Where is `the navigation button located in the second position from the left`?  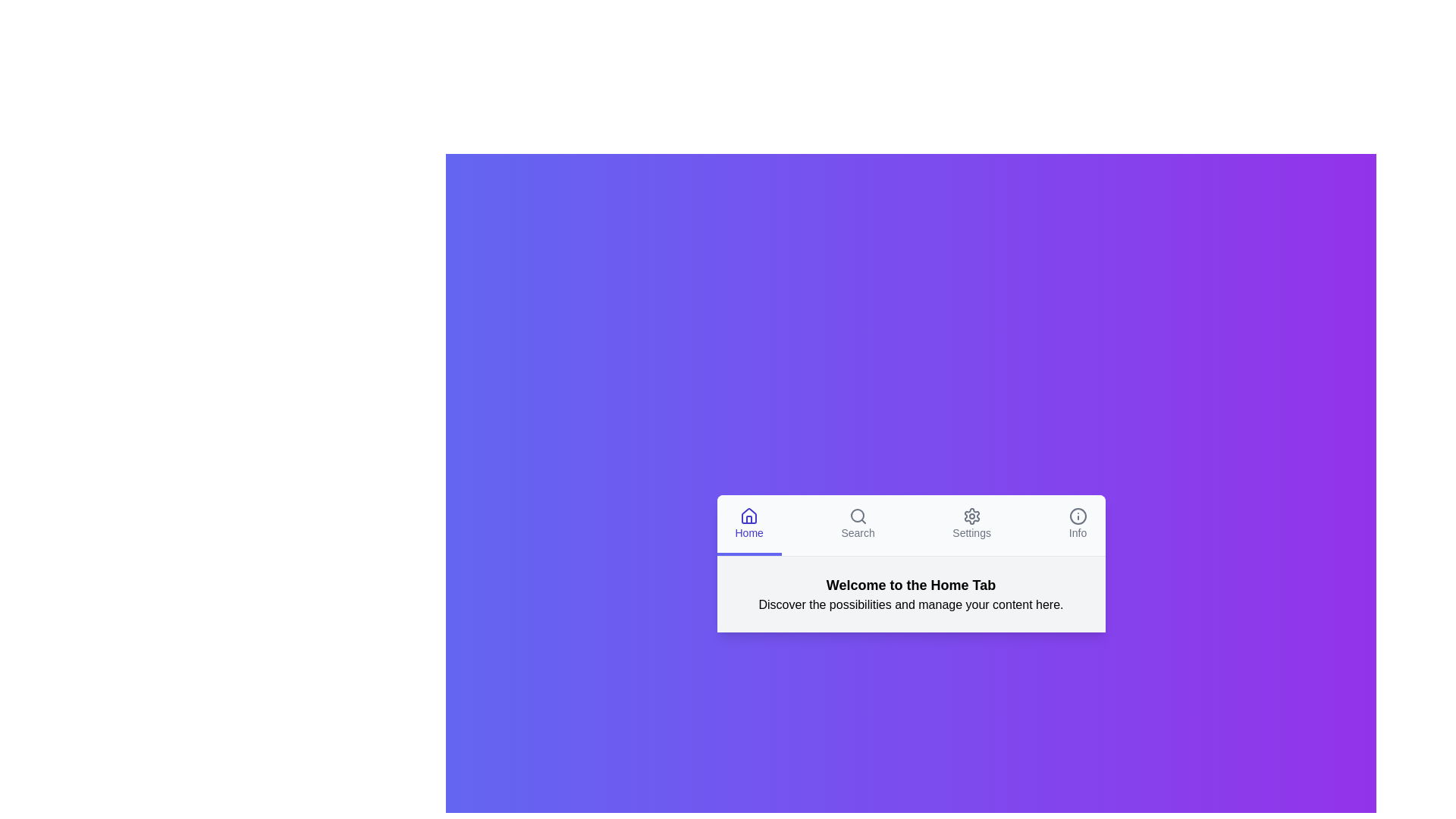
the navigation button located in the second position from the left is located at coordinates (858, 523).